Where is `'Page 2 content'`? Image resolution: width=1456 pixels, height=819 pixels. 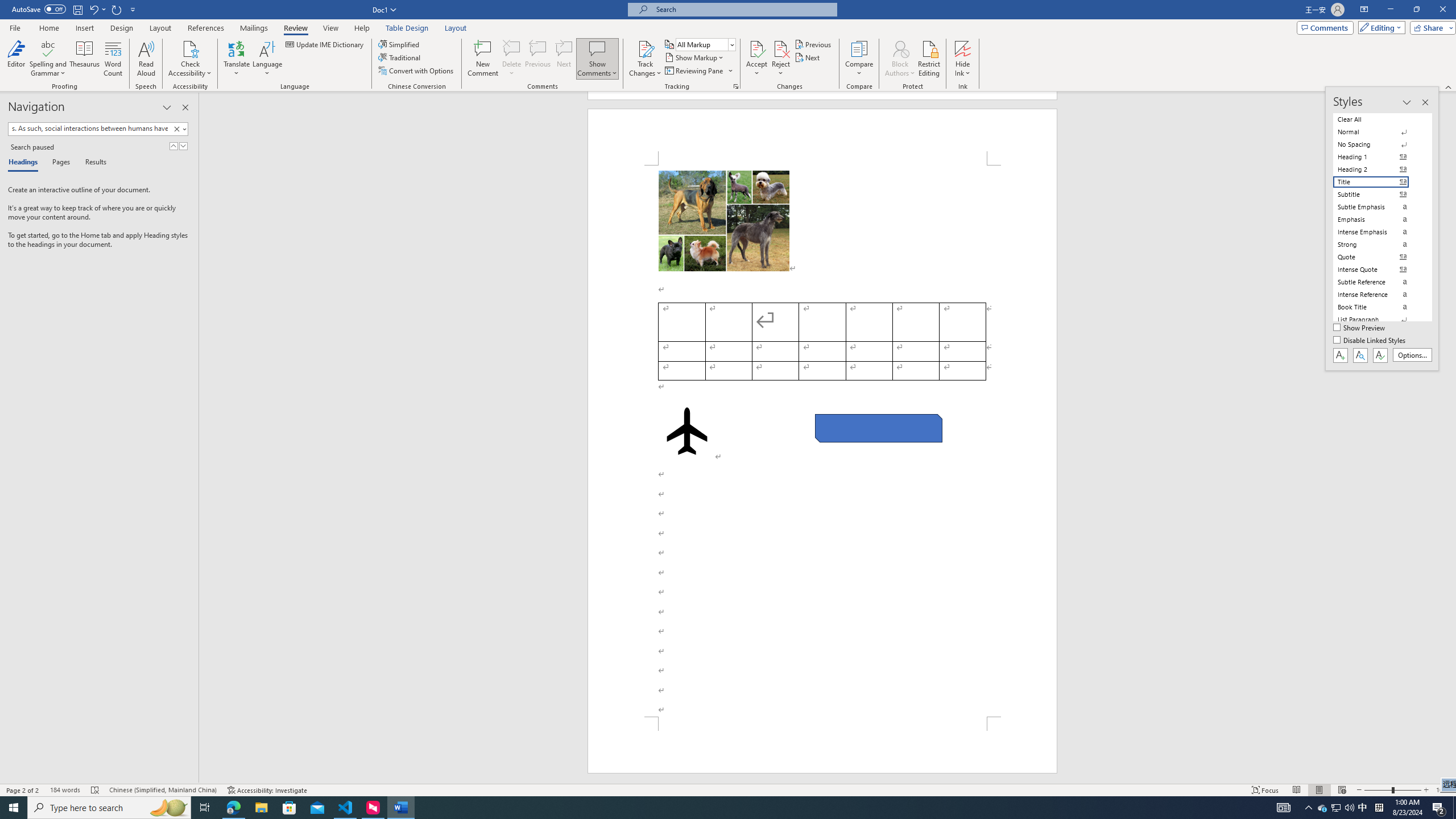
'Page 2 content' is located at coordinates (822, 440).